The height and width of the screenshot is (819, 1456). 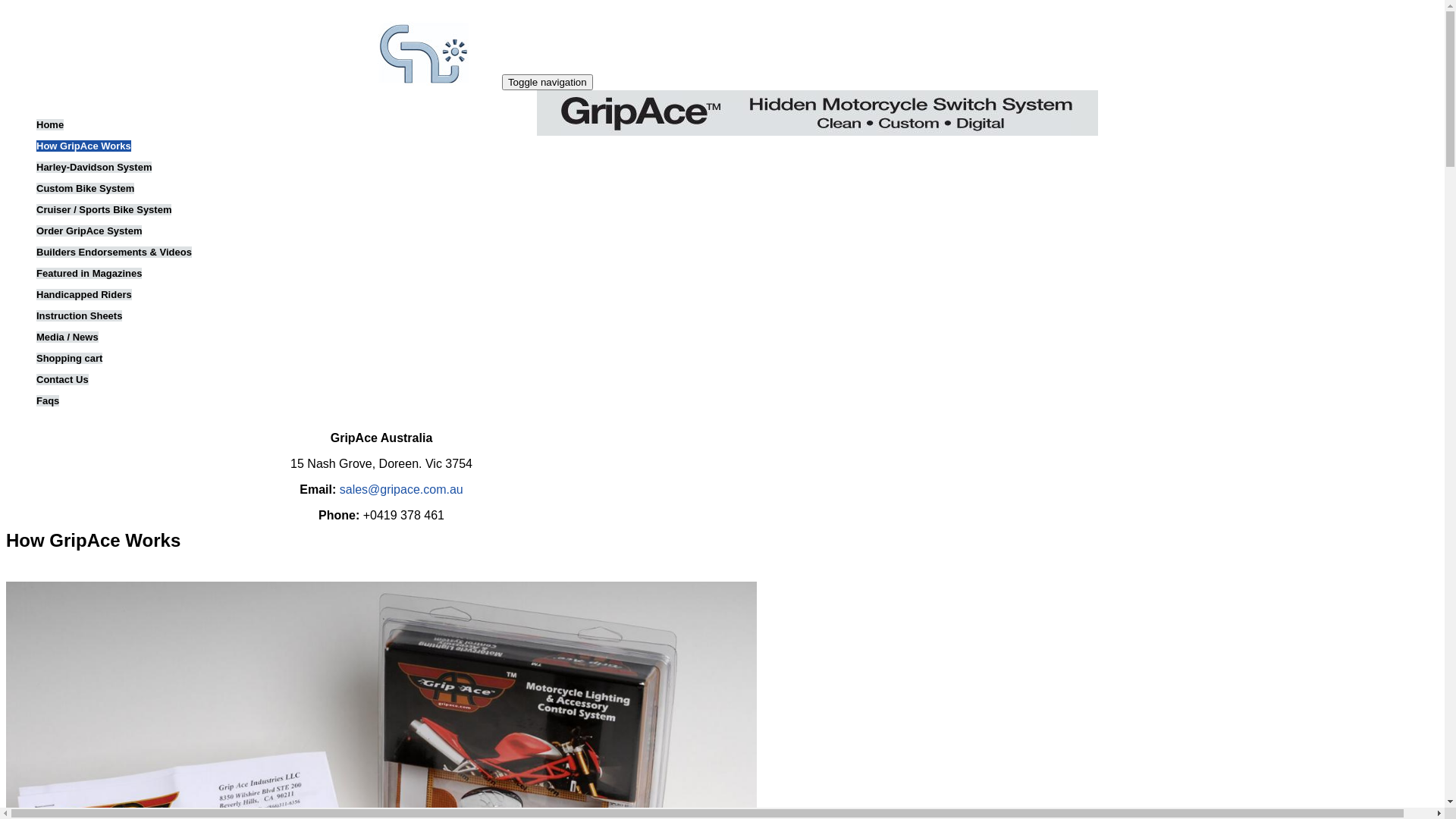 I want to click on 'Featured in Magazines', so click(x=36, y=273).